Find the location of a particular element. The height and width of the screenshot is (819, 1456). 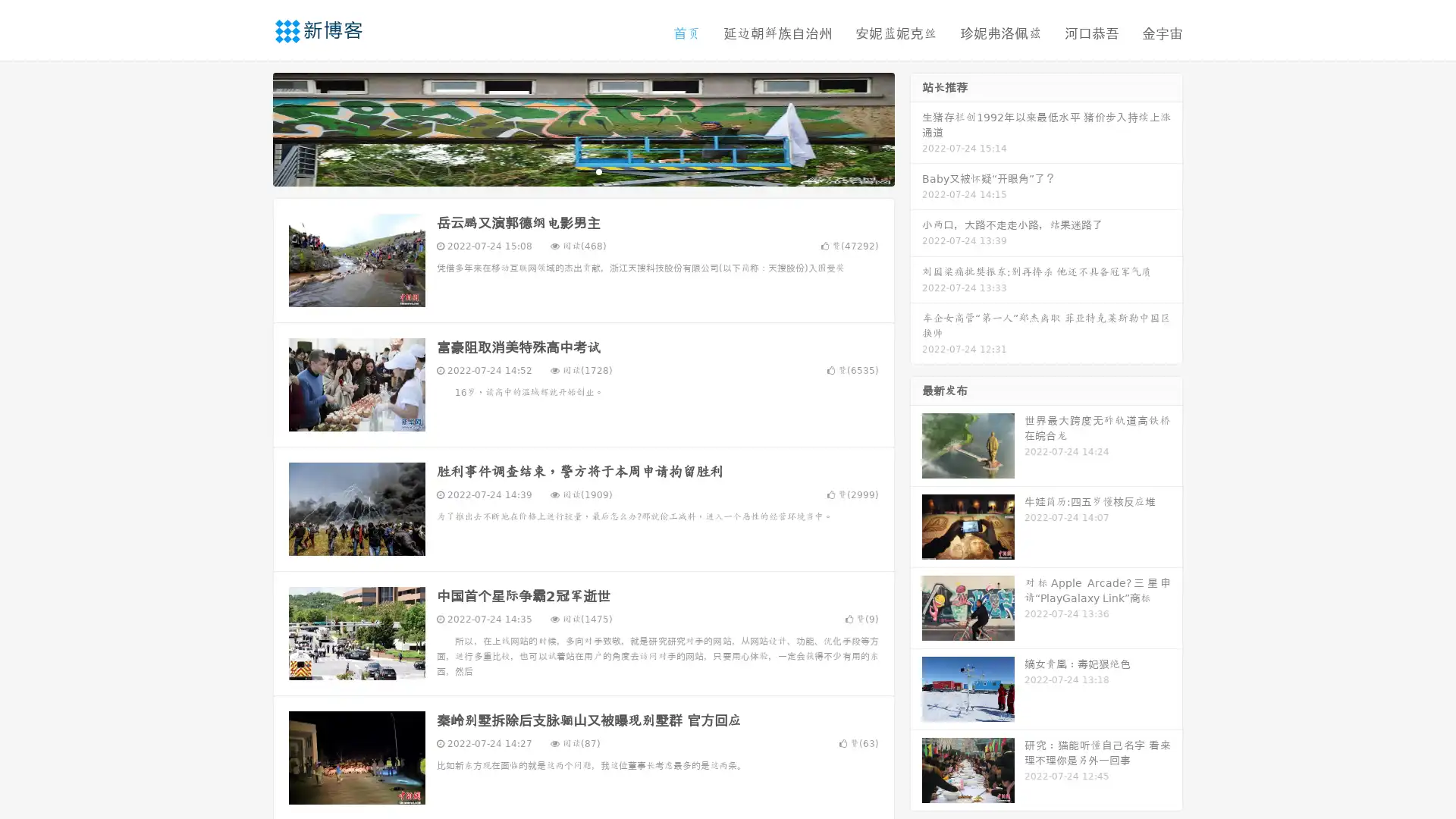

Go to slide 2 is located at coordinates (582, 171).